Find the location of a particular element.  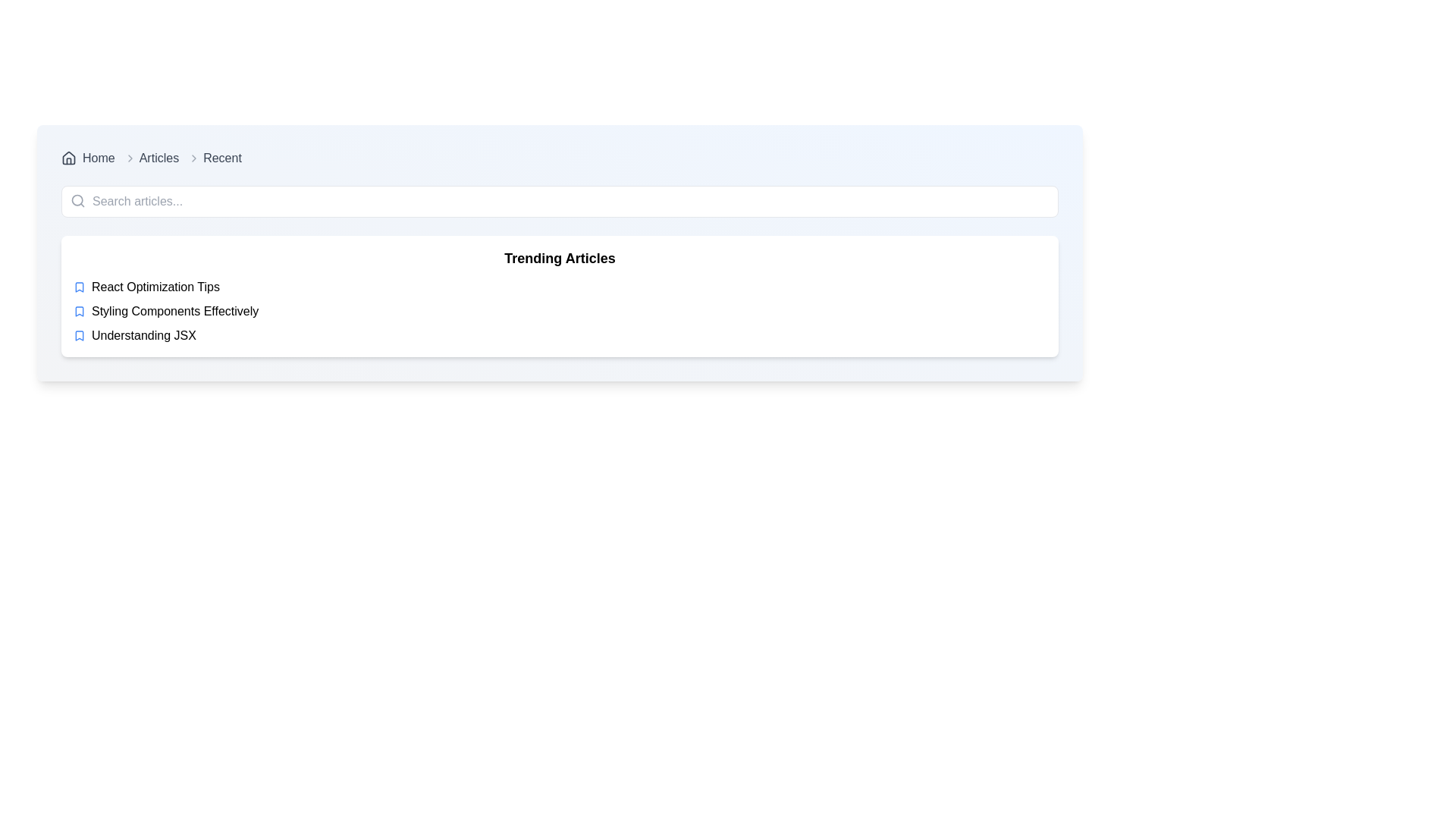

the breadcrumb hyperlink for recent articles is located at coordinates (221, 158).